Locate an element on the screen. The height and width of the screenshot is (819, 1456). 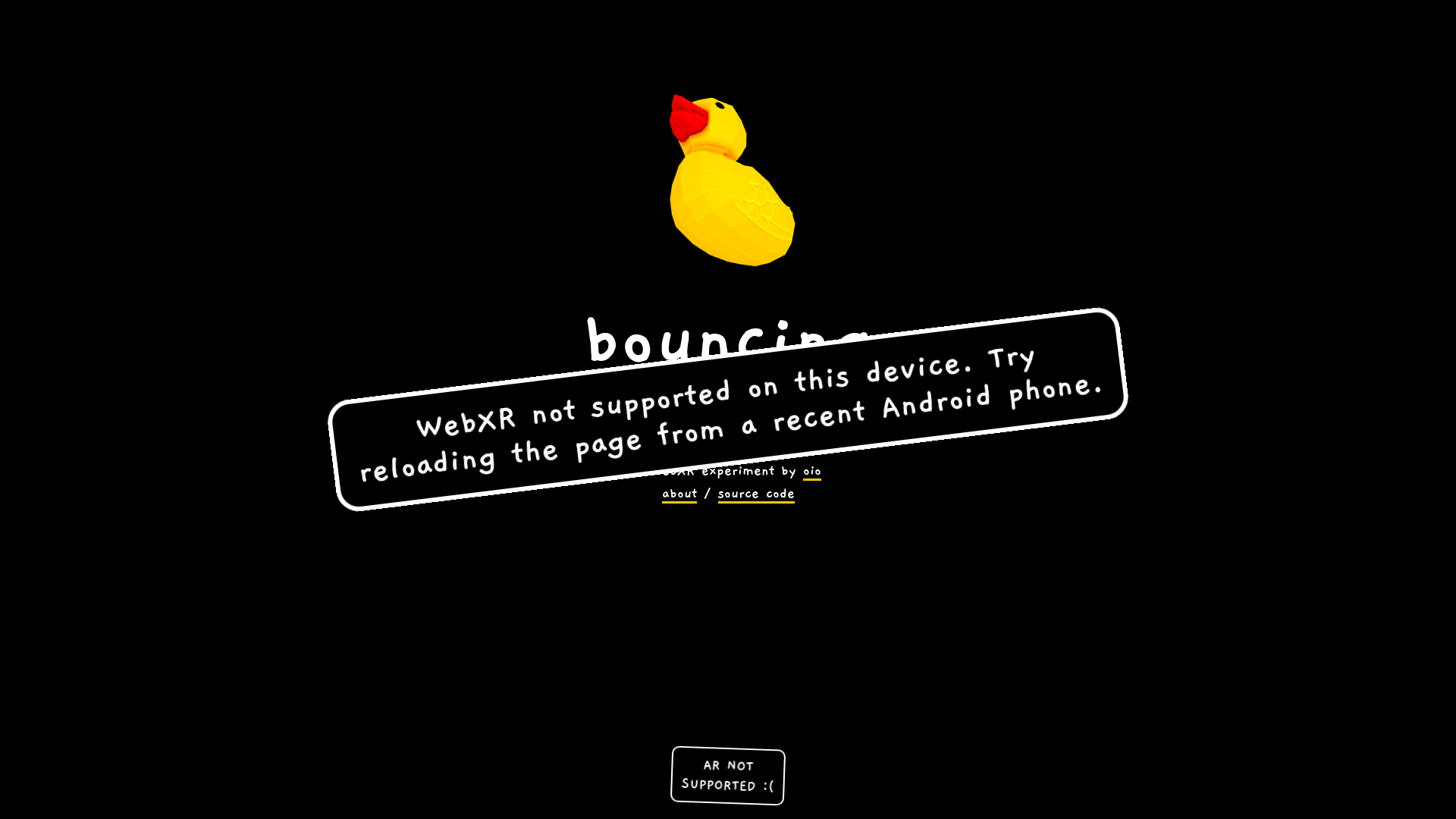
'AR NOT SUPPORTED :(' is located at coordinates (726, 773).